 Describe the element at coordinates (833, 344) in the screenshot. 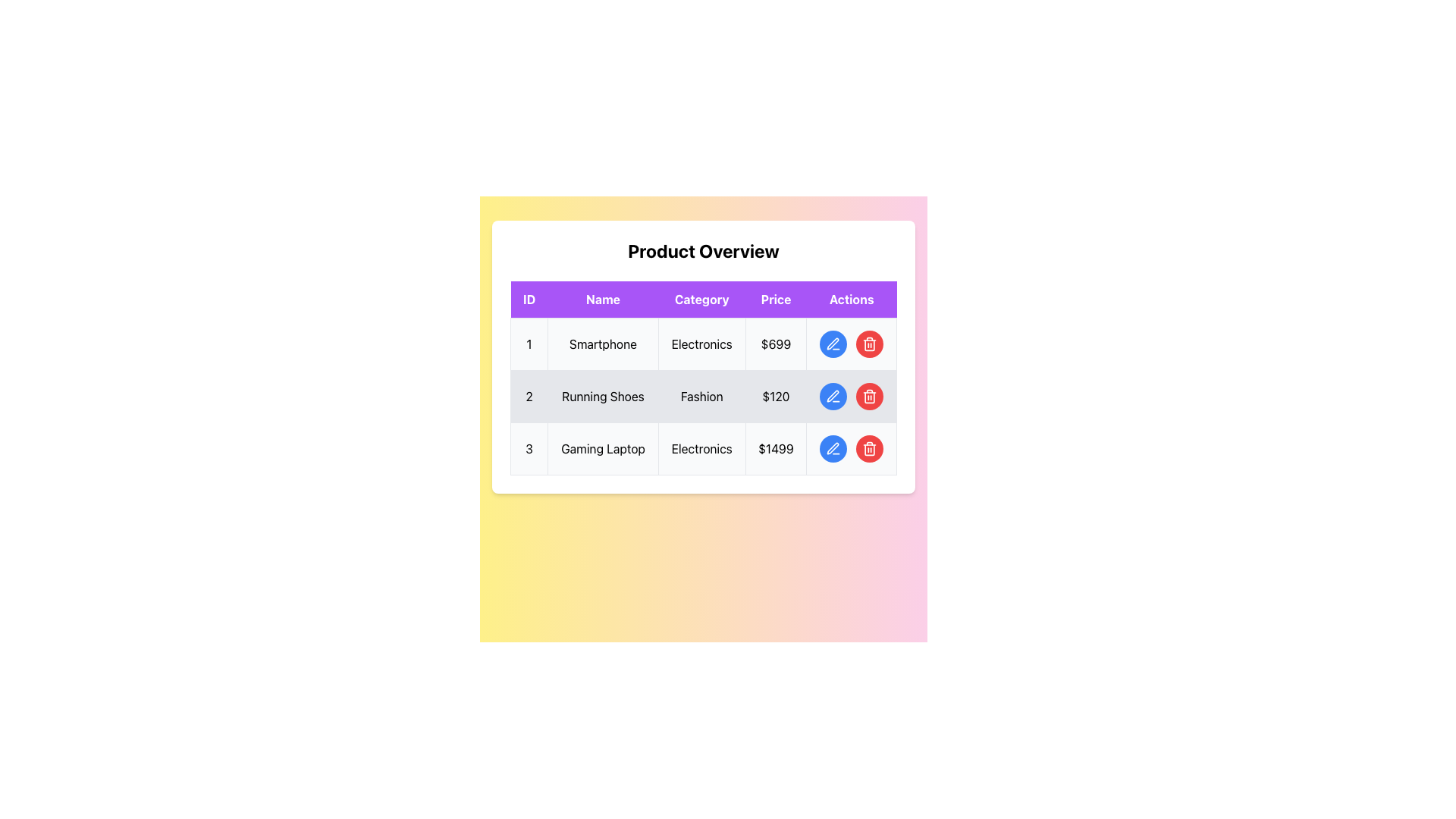

I see `the edit button located in the 'Actions' column of the first row in the 'Product Overview' table` at that location.